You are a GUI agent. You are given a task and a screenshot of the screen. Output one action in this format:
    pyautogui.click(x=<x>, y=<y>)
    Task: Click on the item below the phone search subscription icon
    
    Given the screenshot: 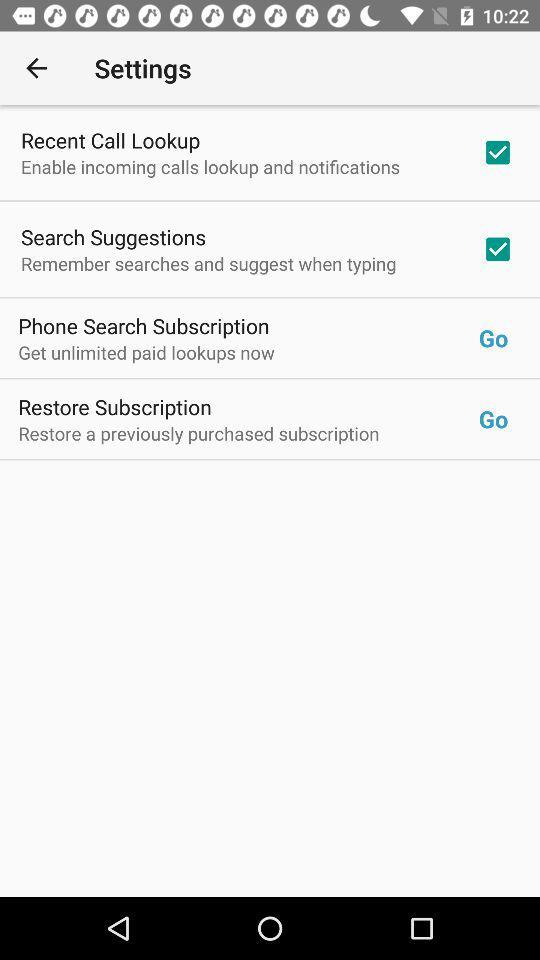 What is the action you would take?
    pyautogui.click(x=248, y=352)
    